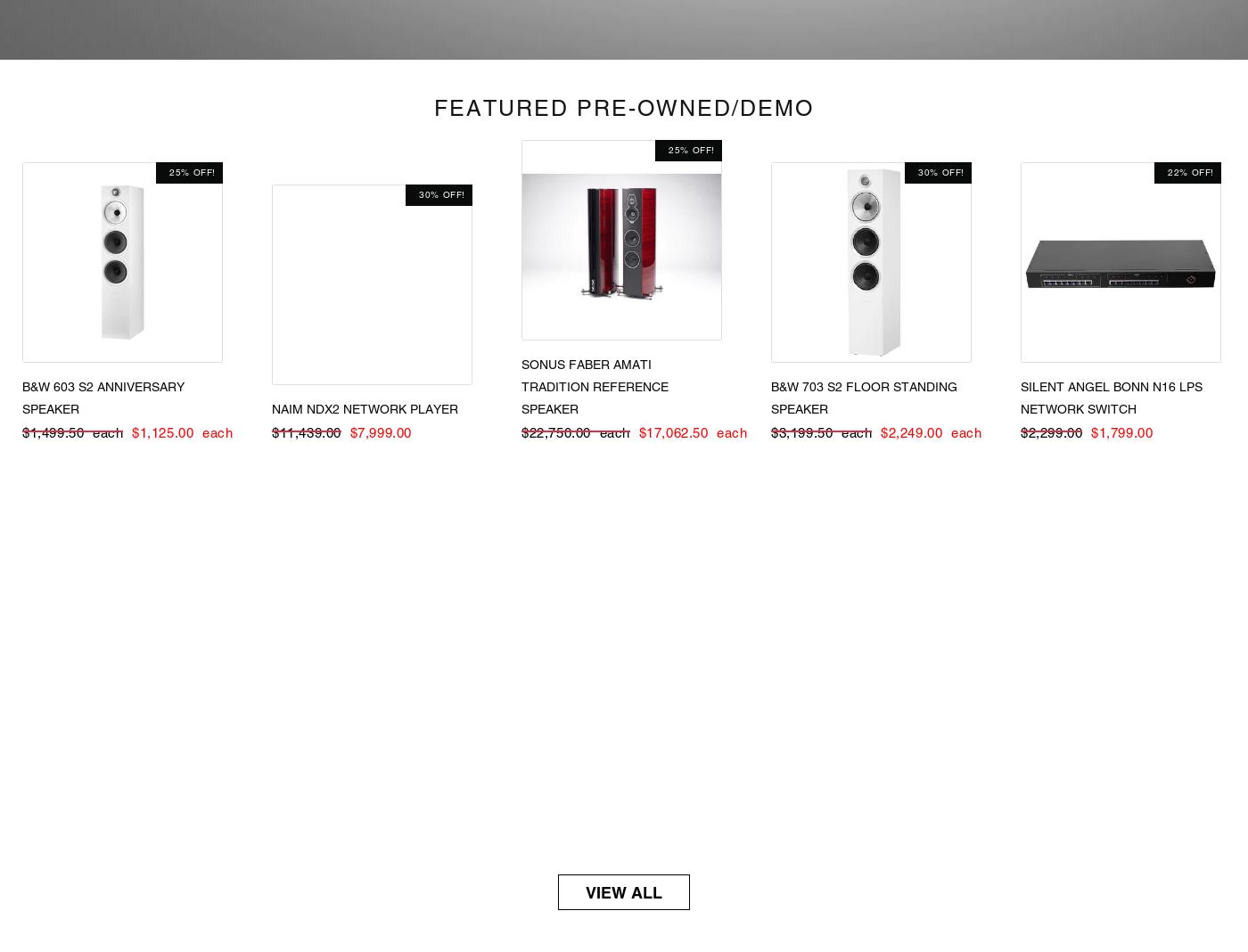 The image size is (1248, 952). Describe the element at coordinates (1051, 431) in the screenshot. I see `'$2,299.00'` at that location.